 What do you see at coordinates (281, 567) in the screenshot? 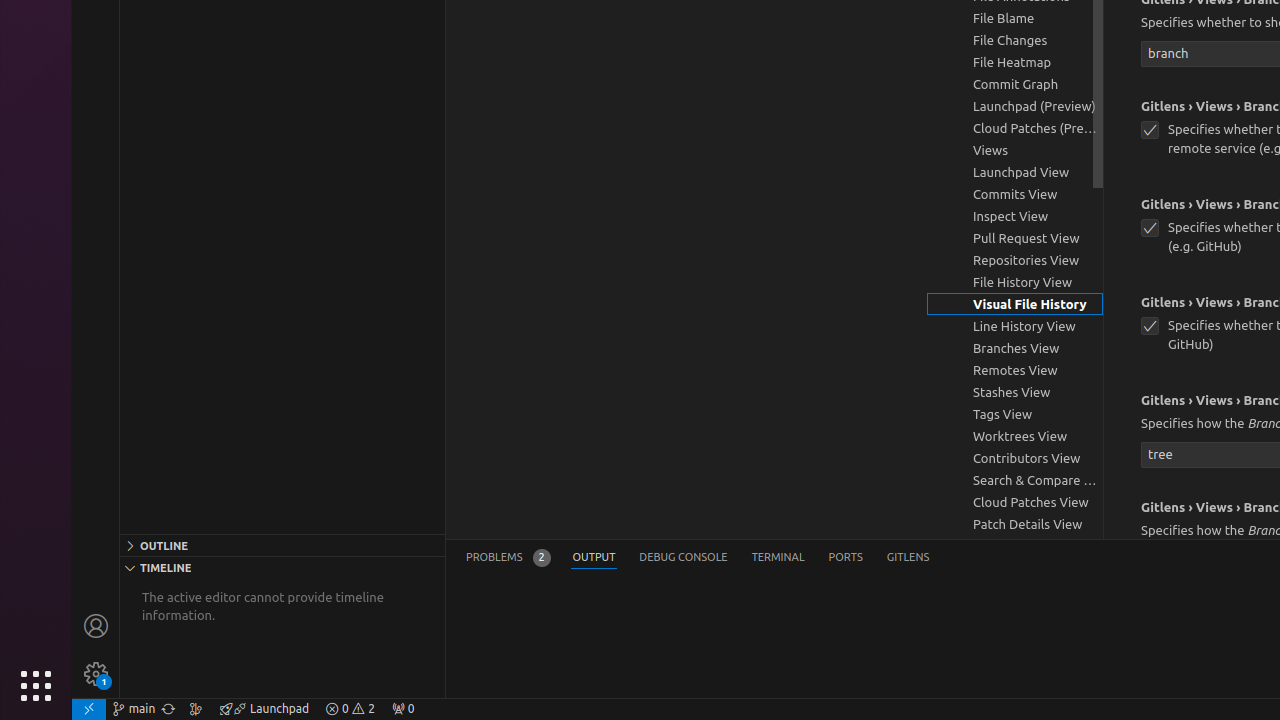
I see `'Timeline Section'` at bounding box center [281, 567].